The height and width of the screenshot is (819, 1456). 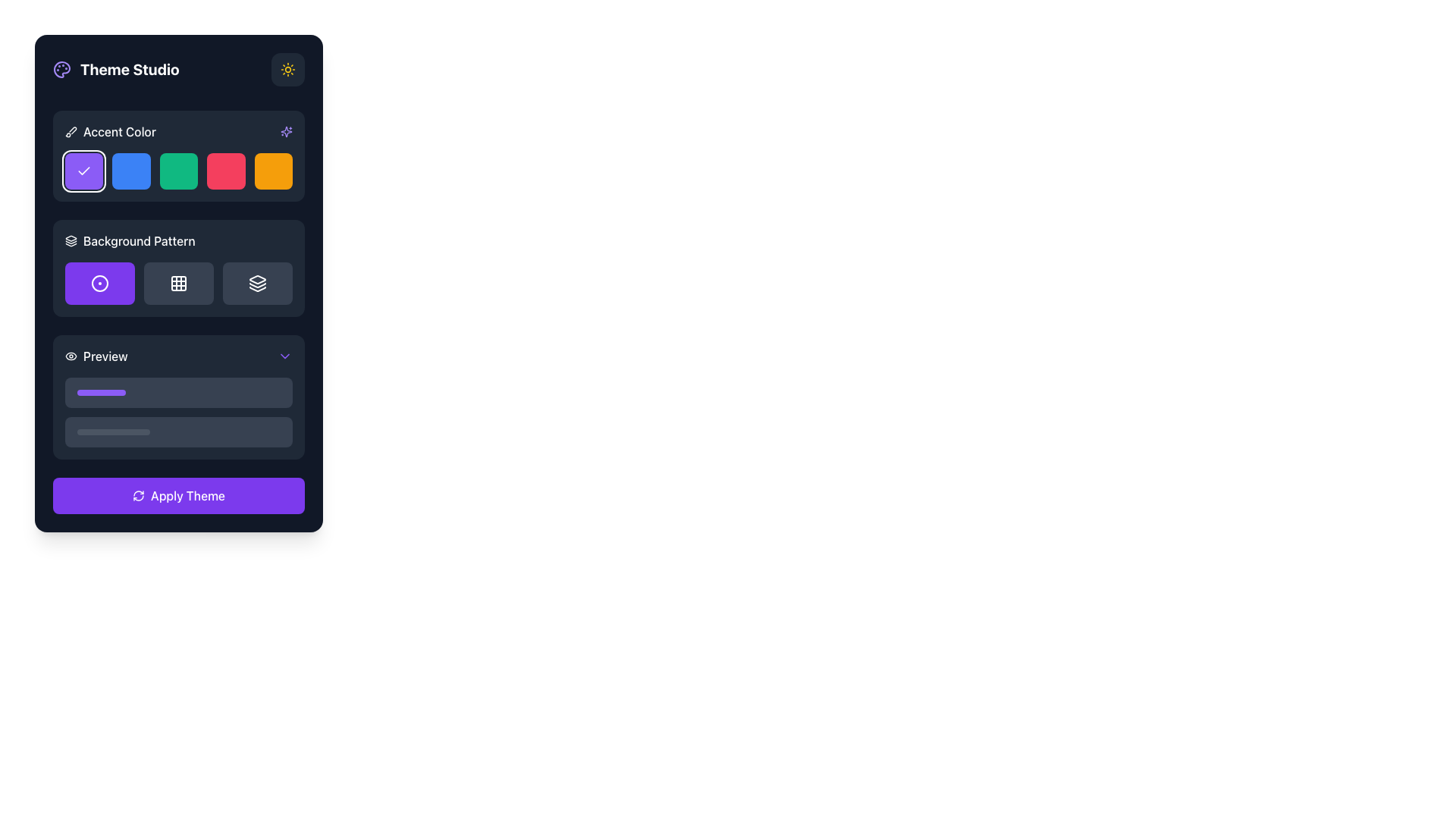 I want to click on the circular icon with a smaller filled circle in its center, located in the 'Background Pattern' section below the 'Accent Color' section for accessibility purposes, so click(x=99, y=284).